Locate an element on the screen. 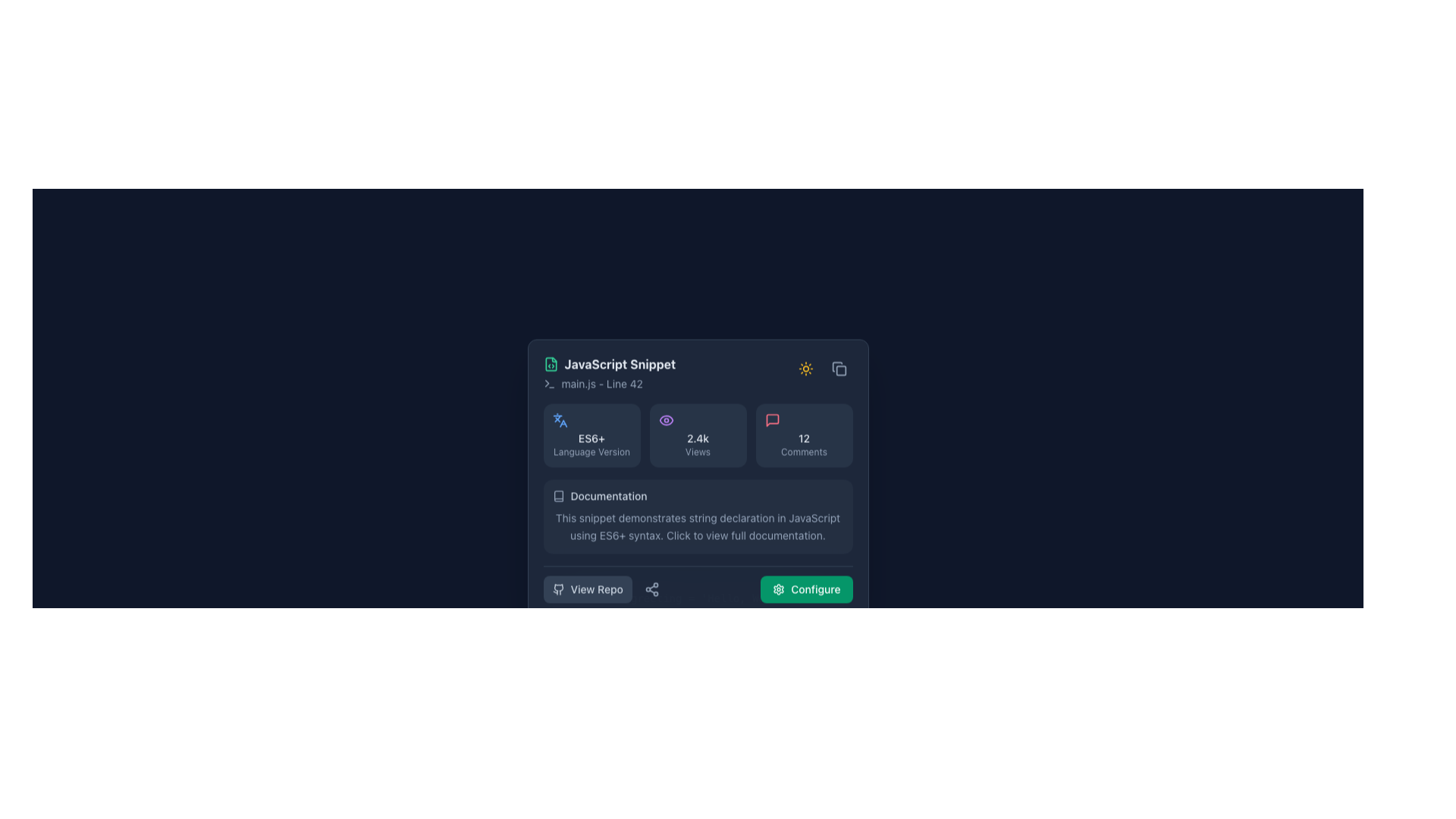 The image size is (1456, 819). the SVG Graphic Rectangle in the top-right corner of the copy icon if interactivity is enabled is located at coordinates (839, 371).